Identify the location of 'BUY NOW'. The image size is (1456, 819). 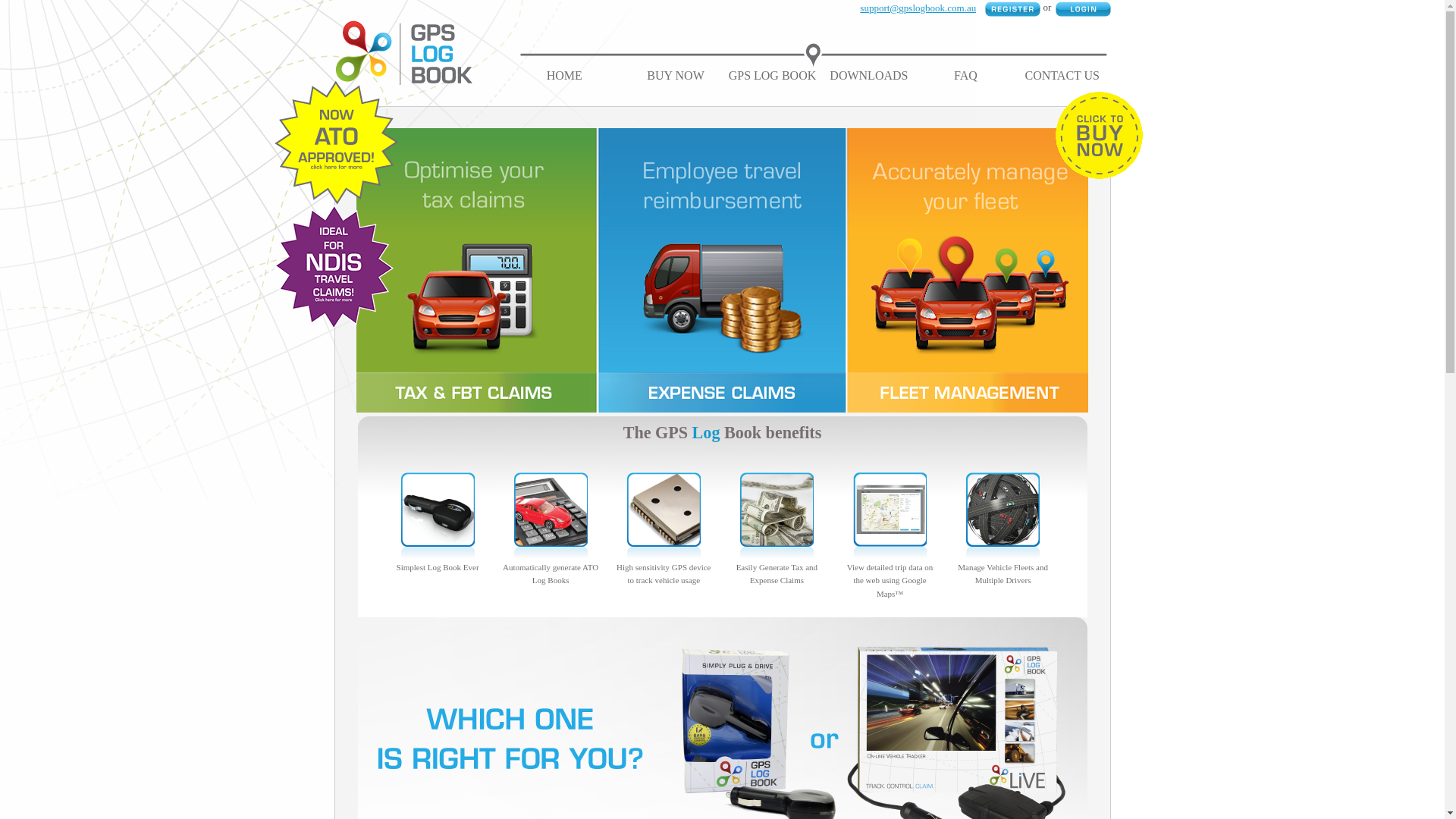
(647, 75).